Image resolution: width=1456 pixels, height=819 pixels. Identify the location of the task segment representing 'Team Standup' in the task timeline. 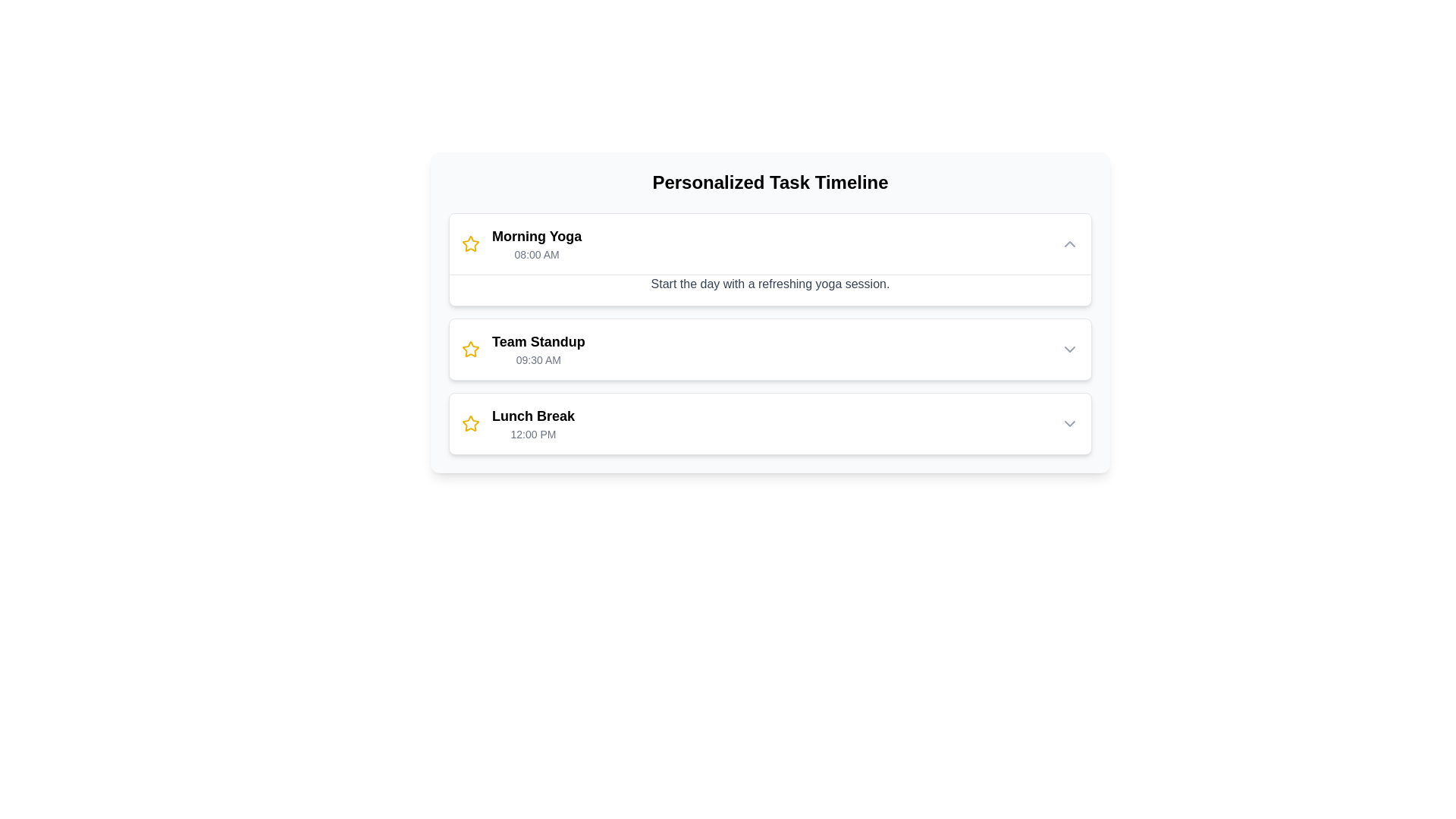
(770, 332).